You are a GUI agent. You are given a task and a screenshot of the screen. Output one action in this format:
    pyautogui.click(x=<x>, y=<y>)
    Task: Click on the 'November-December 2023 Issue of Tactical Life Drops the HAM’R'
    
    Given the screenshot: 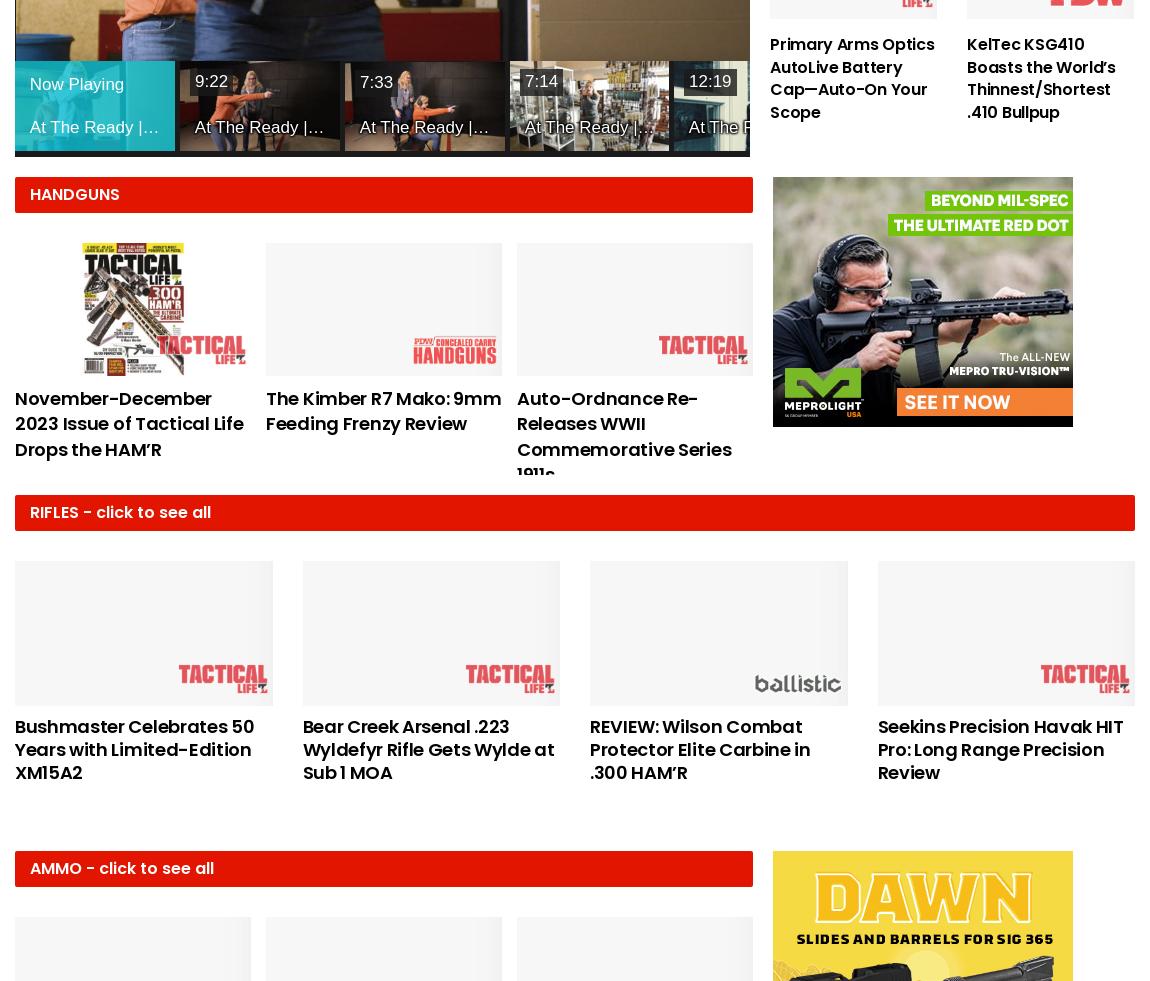 What is the action you would take?
    pyautogui.click(x=127, y=422)
    